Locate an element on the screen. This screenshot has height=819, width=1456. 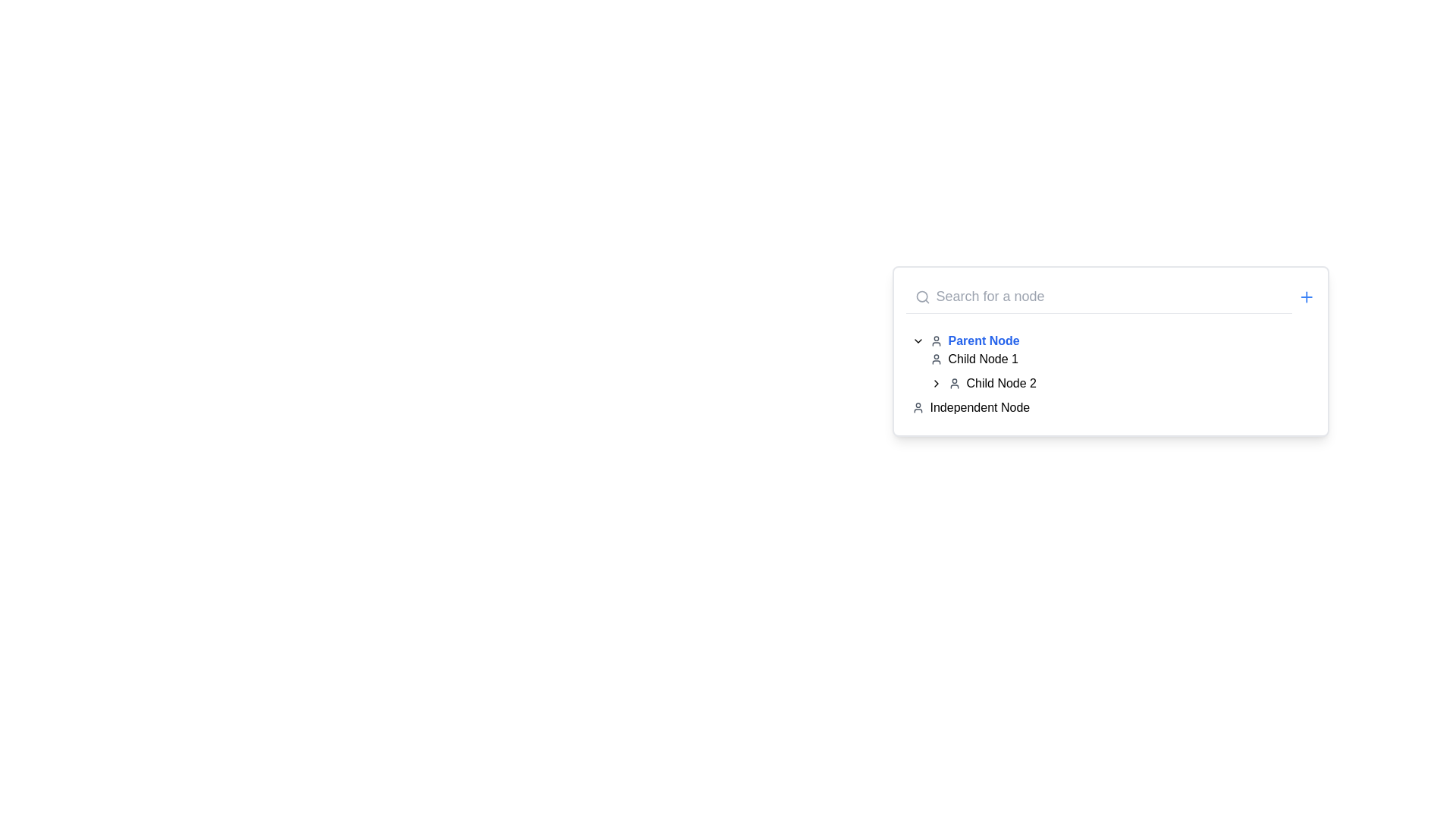
the user profile icon, which is a minimalistic figure with a circular head and a semi-elliptical body outline is located at coordinates (935, 341).